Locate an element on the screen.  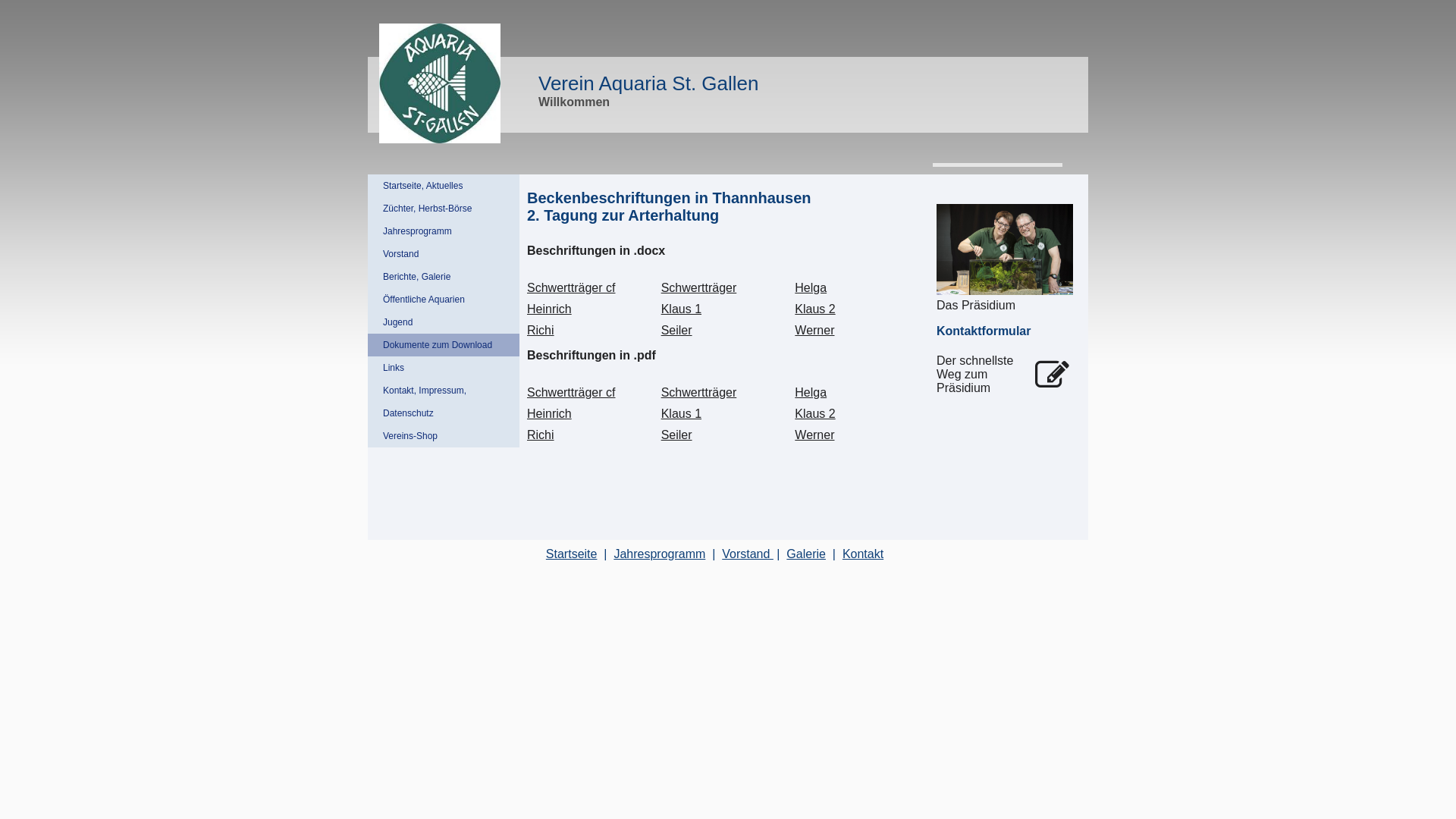
'Seiler' is located at coordinates (676, 329).